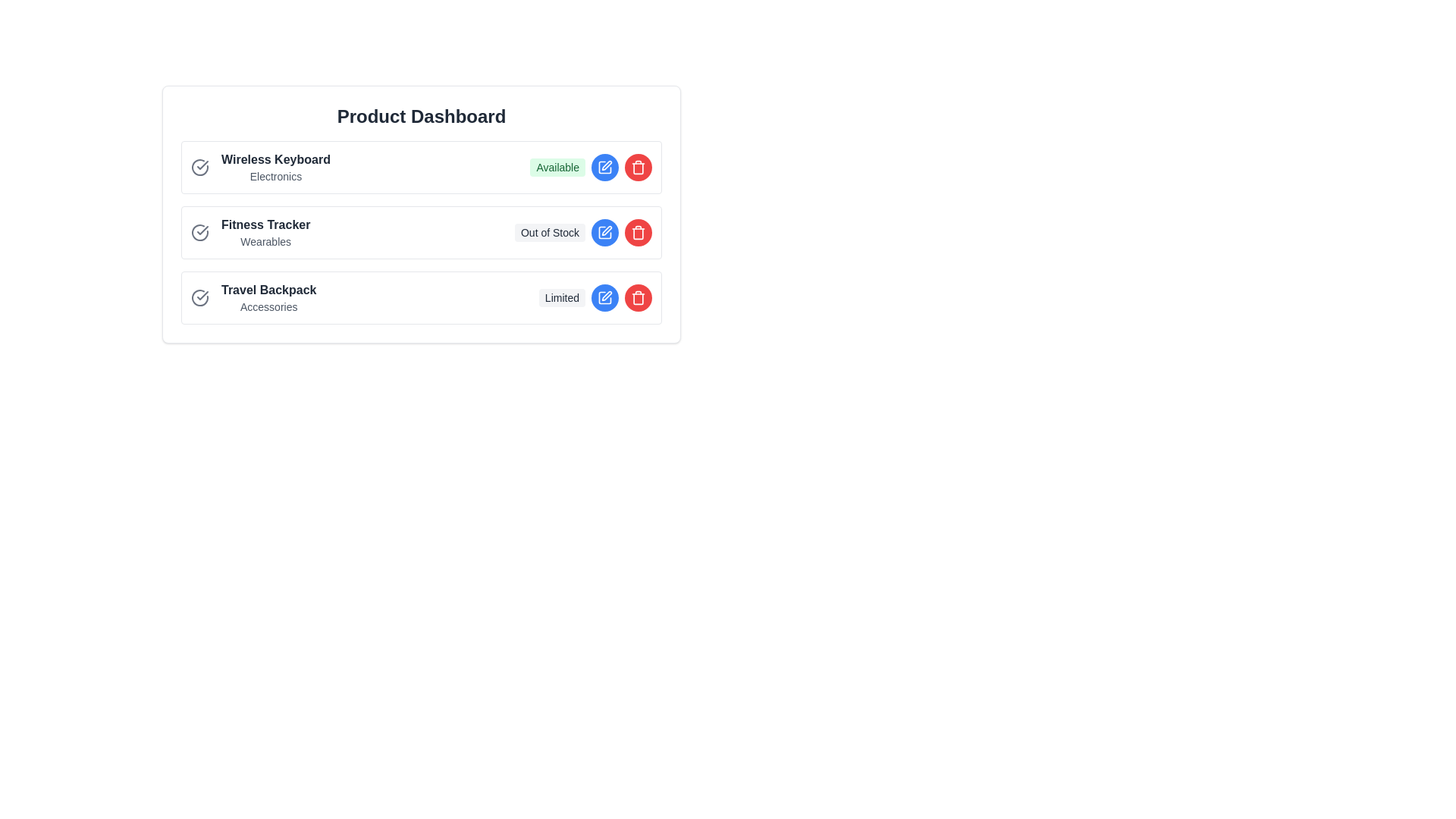 This screenshot has height=819, width=1456. What do you see at coordinates (638, 233) in the screenshot?
I see `the delete button for the product Fitness Tracker` at bounding box center [638, 233].